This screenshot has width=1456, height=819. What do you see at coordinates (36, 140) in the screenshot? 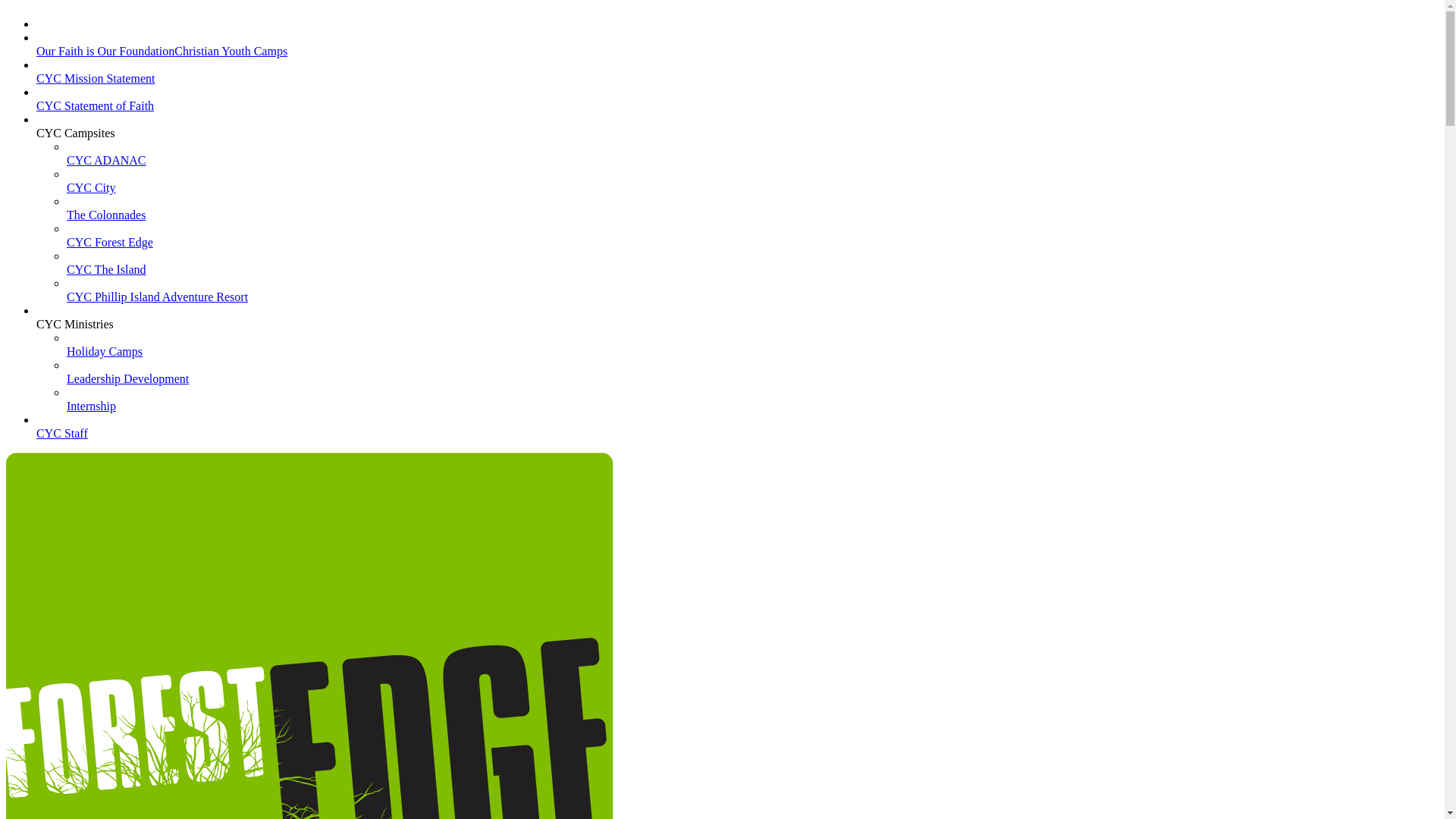
I see `'CYC Campsites'` at bounding box center [36, 140].